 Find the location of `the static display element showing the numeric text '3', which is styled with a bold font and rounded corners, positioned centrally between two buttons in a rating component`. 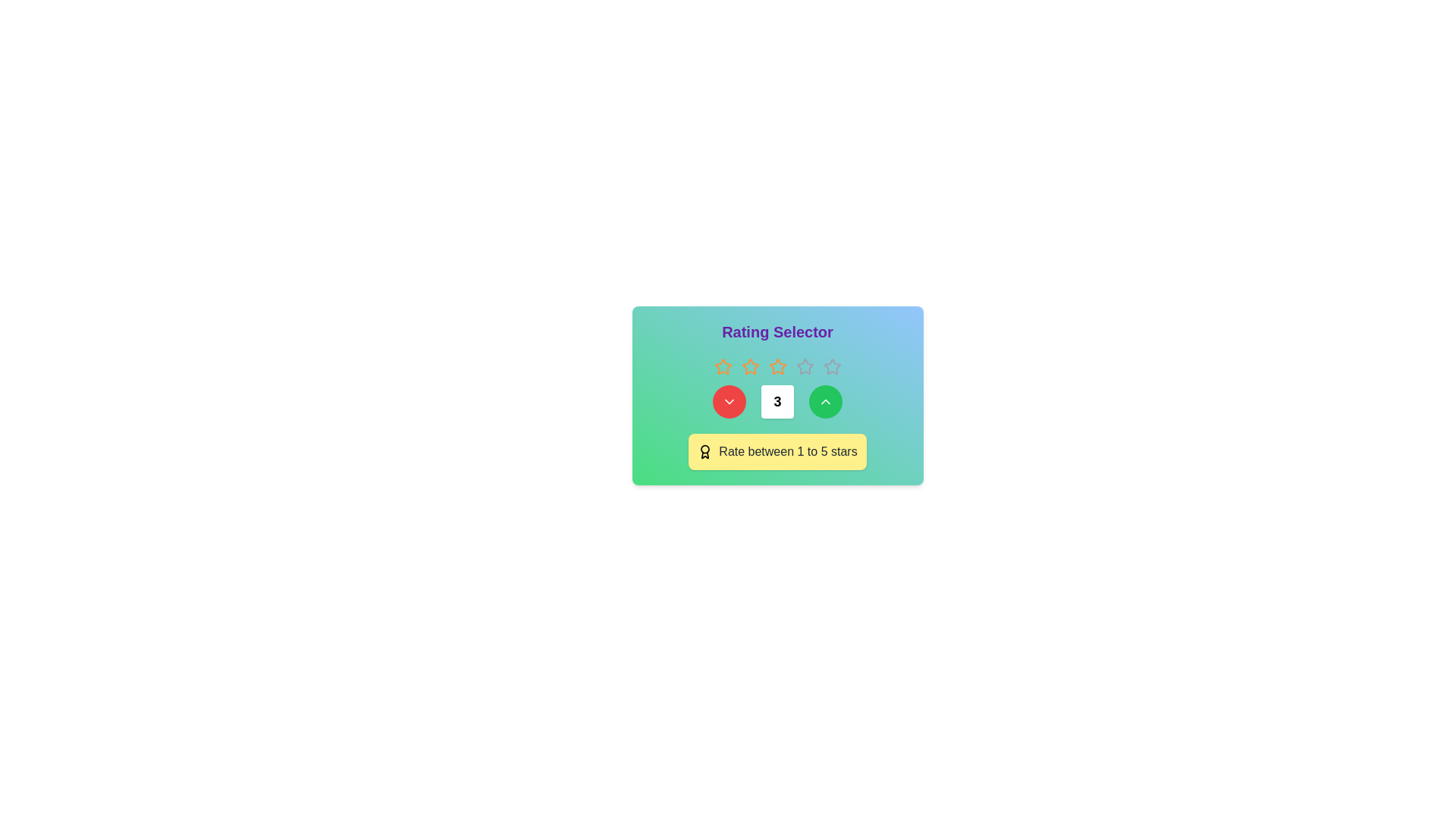

the static display element showing the numeric text '3', which is styled with a bold font and rounded corners, positioned centrally between two buttons in a rating component is located at coordinates (777, 400).